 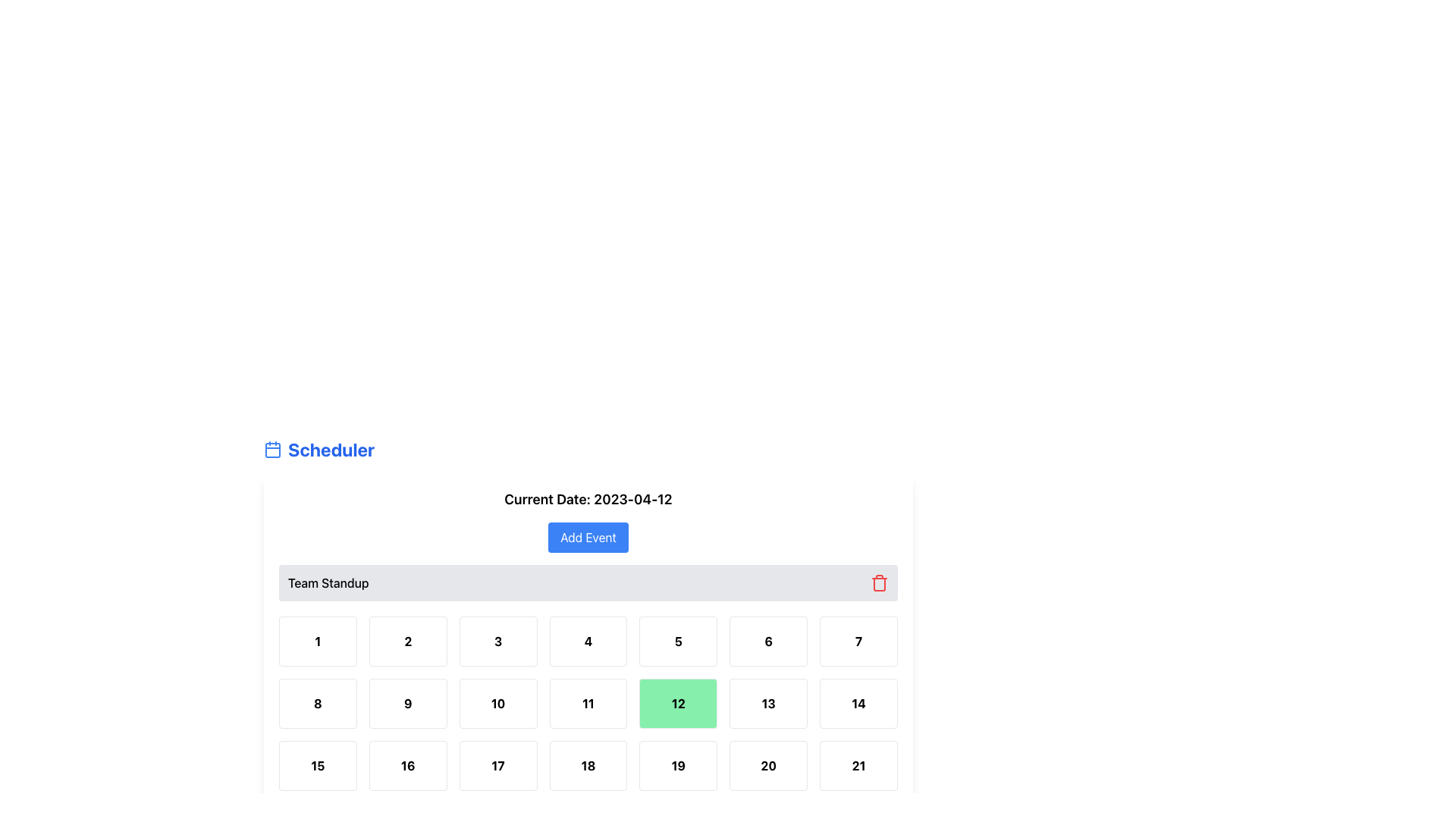 What do you see at coordinates (588, 704) in the screenshot?
I see `the calendar date cell displaying the number '11', which is styled with a clean, bold font and is positioned in the second row and fourth column of the grid layout` at bounding box center [588, 704].